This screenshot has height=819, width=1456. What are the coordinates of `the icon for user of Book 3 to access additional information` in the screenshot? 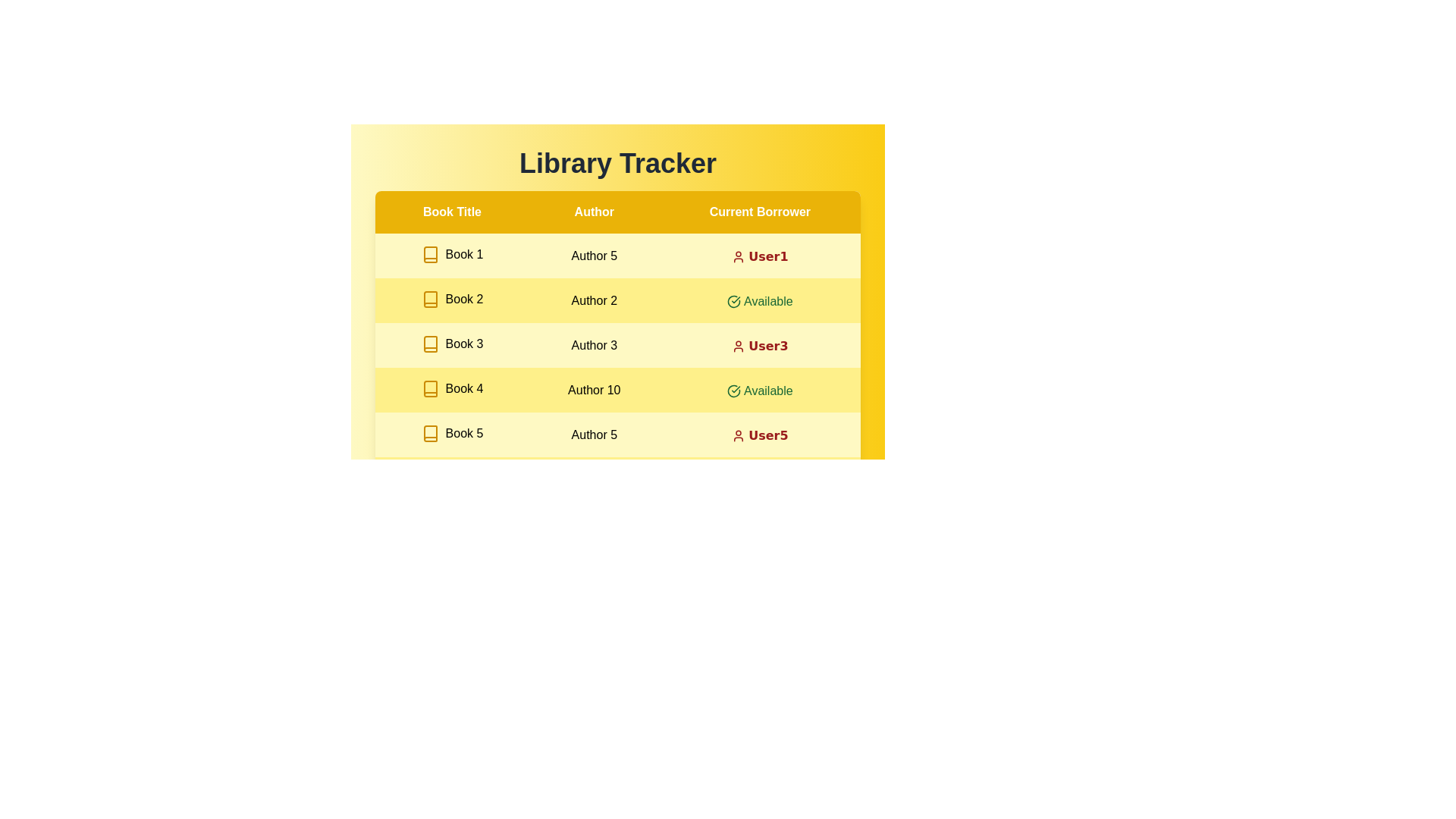 It's located at (739, 346).